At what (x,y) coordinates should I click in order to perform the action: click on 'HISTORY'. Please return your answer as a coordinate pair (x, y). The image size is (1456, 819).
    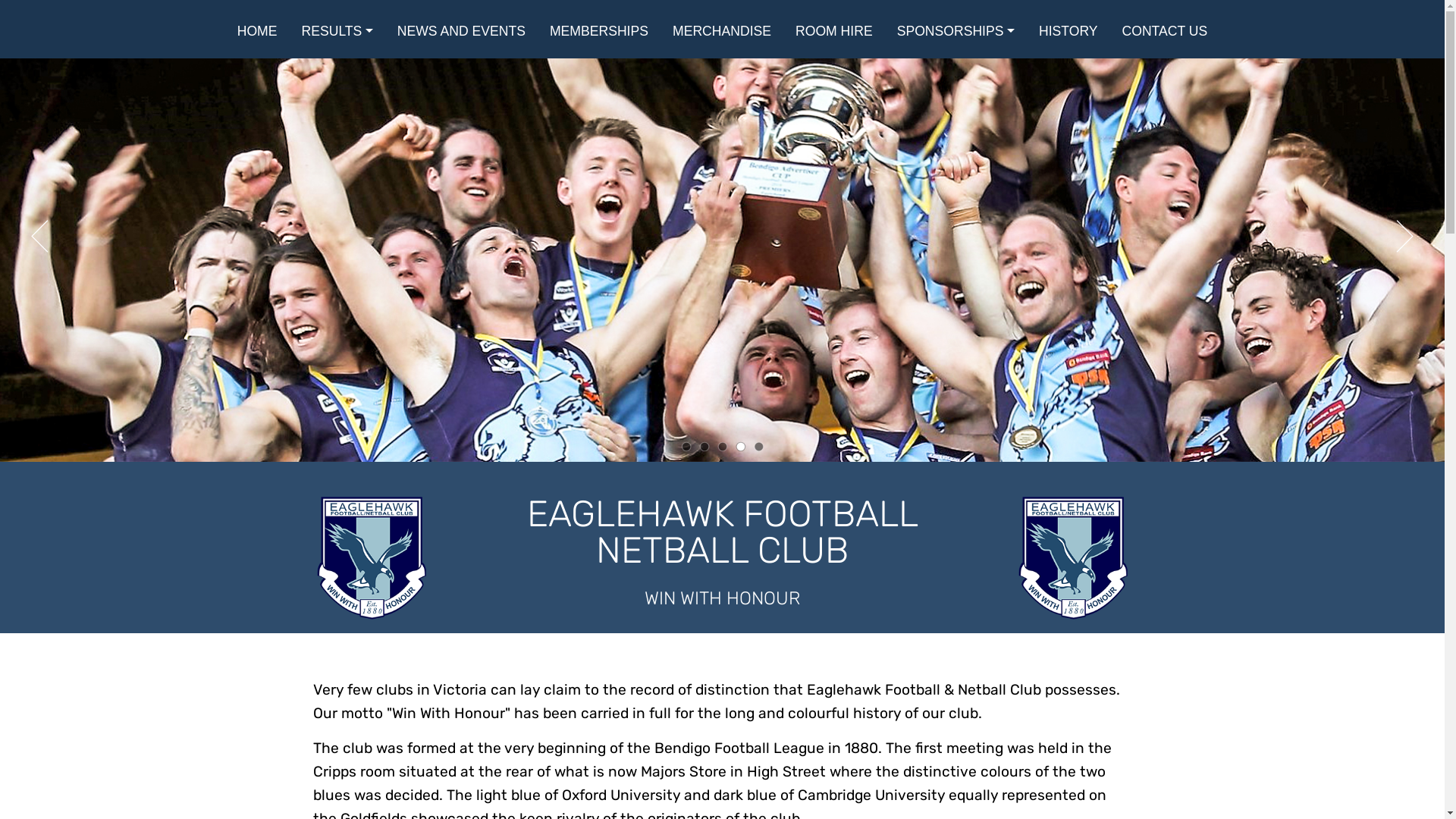
    Looking at the image, I should click on (1068, 31).